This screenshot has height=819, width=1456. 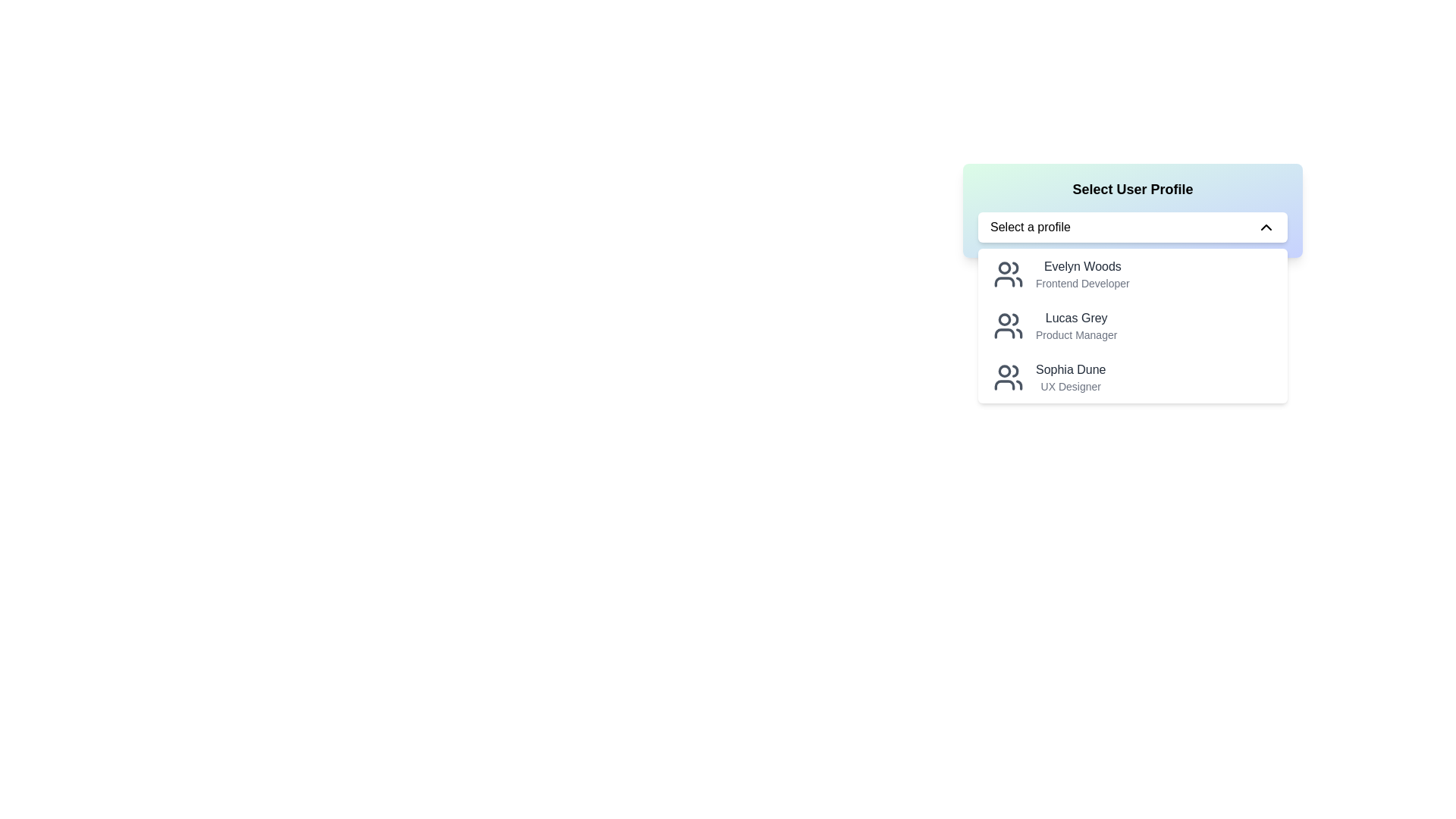 I want to click on the dropdown list option representing 'Lucas Grey' with the title 'Product Manager', so click(x=1132, y=325).